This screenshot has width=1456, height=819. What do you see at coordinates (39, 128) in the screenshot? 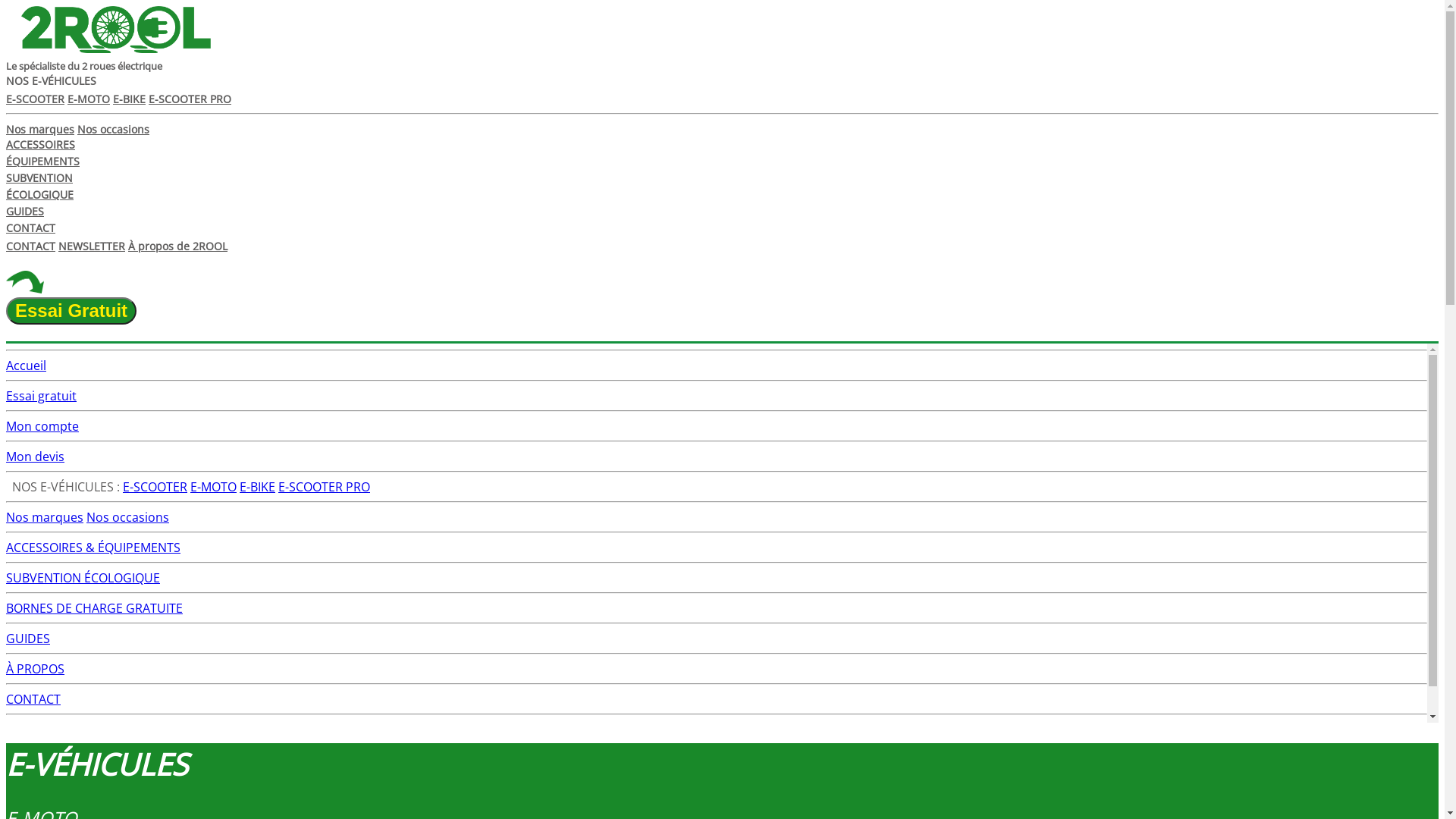
I see `'Nos marques'` at bounding box center [39, 128].